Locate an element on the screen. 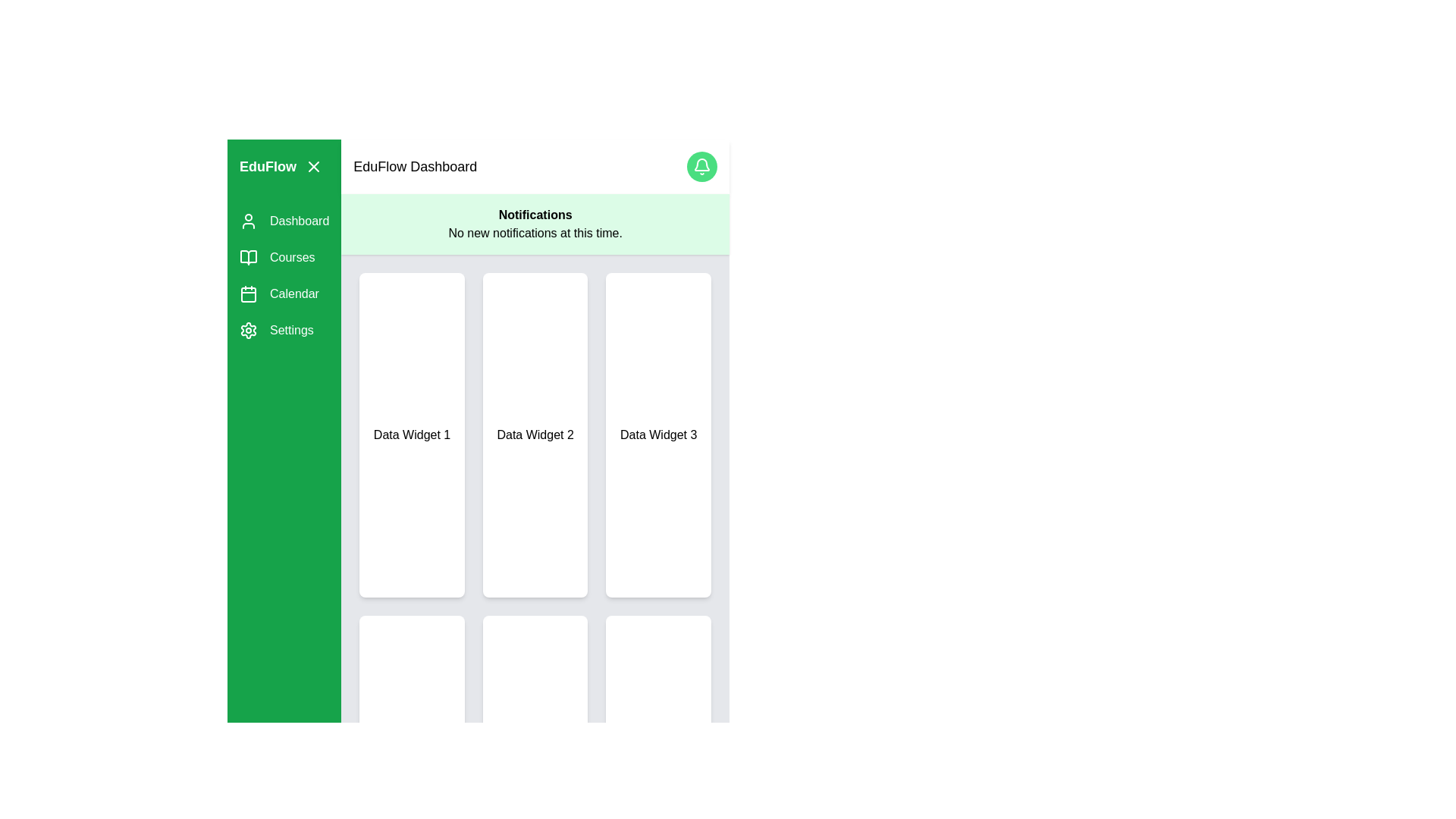  the 'Calendar' button, which is the third item in the vertical menu bar on the left, featuring a green background and a calendar icon is located at coordinates (284, 294).